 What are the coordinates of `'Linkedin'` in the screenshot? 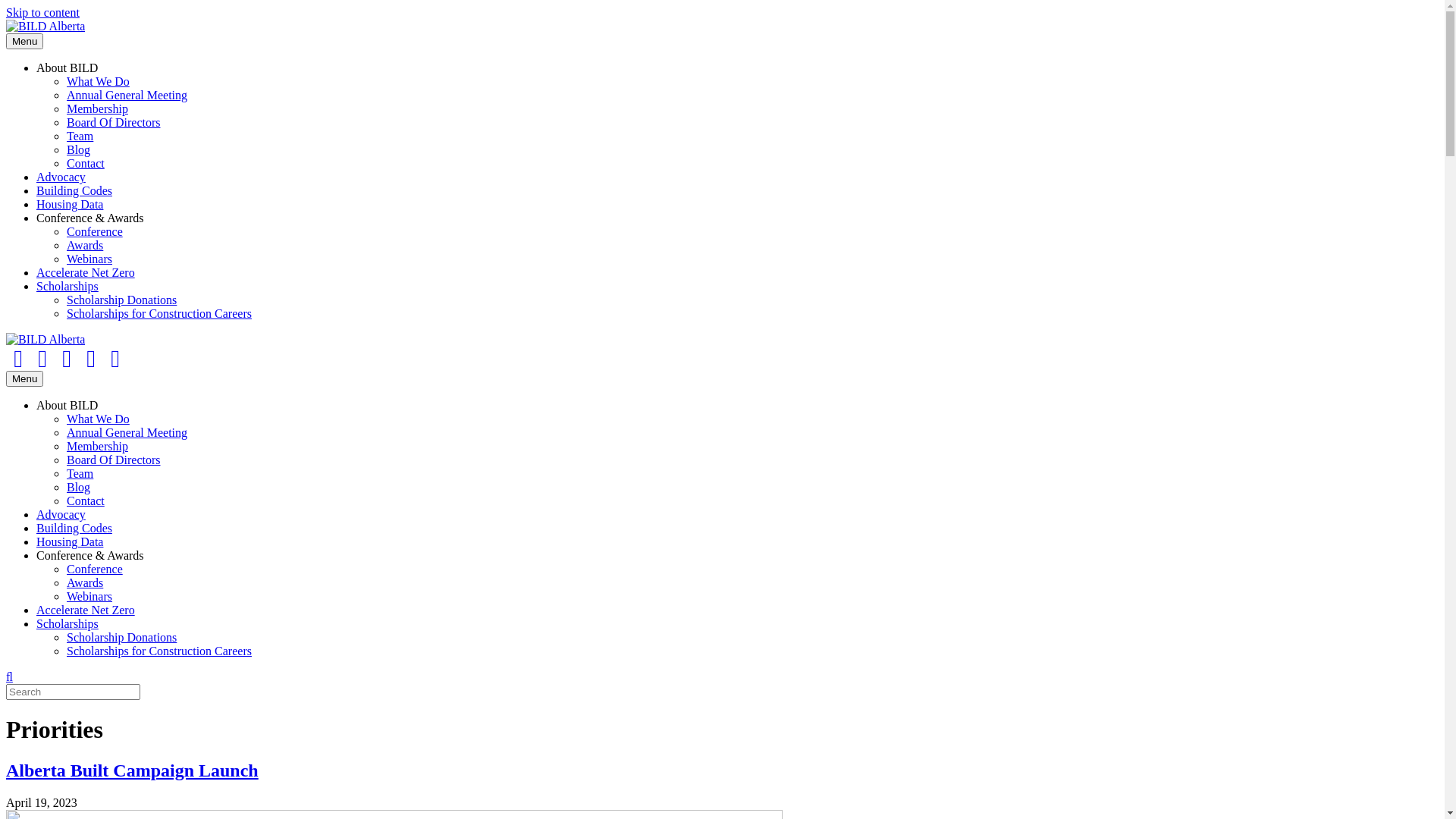 It's located at (65, 359).